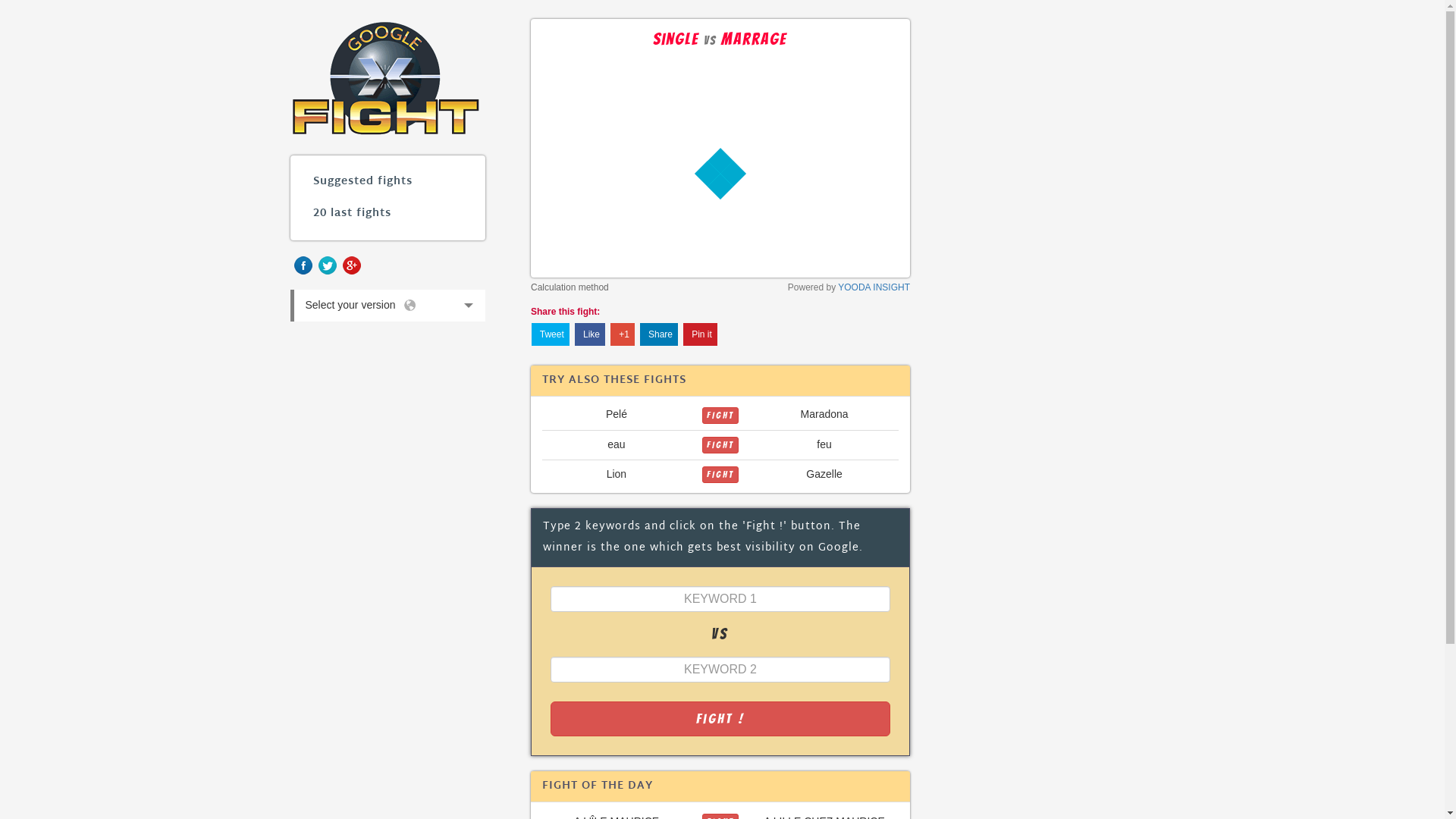 The width and height of the screenshot is (1456, 819). Describe the element at coordinates (588, 333) in the screenshot. I see `'Like'` at that location.